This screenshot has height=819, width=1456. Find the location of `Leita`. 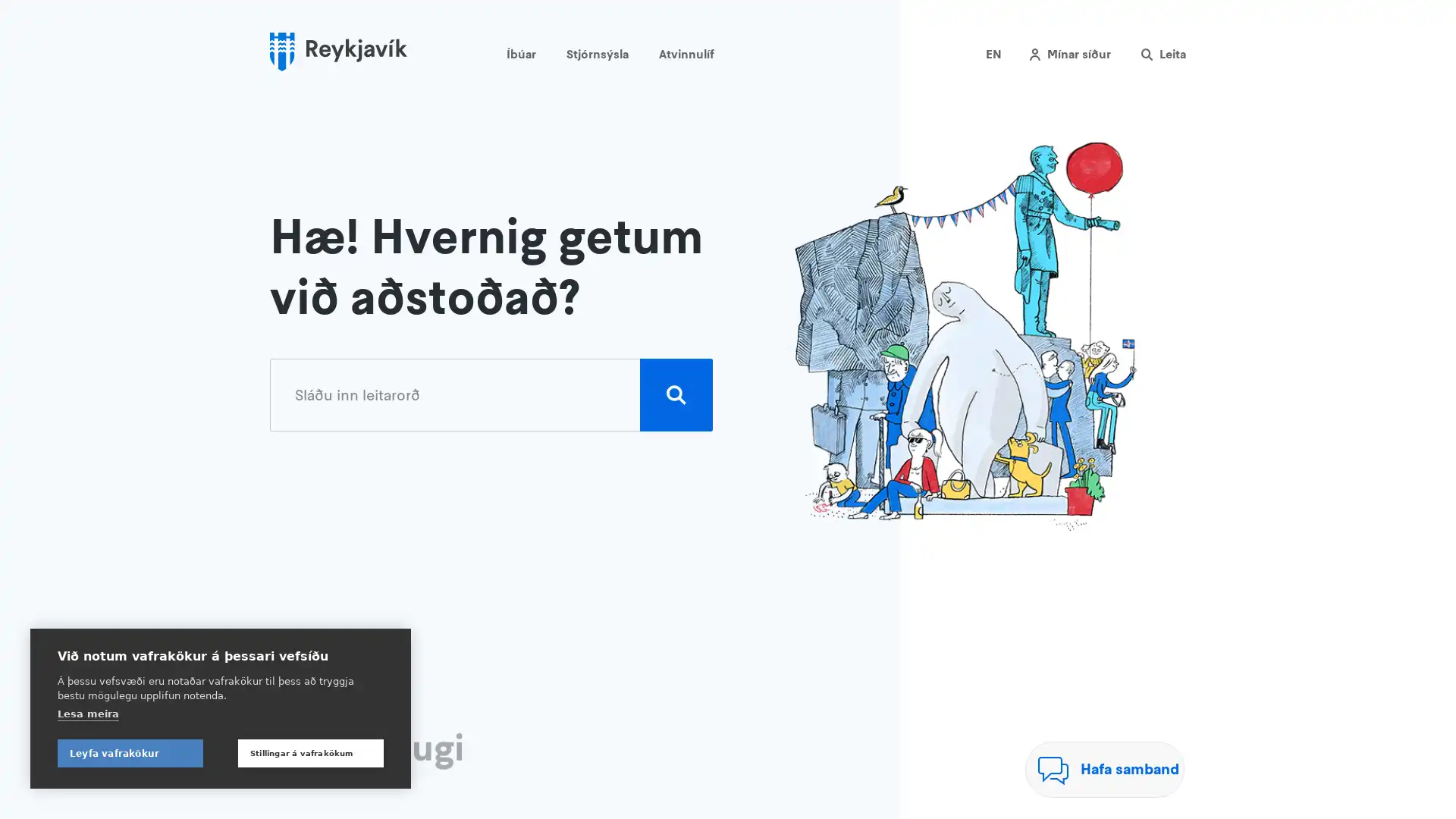

Leita is located at coordinates (676, 394).